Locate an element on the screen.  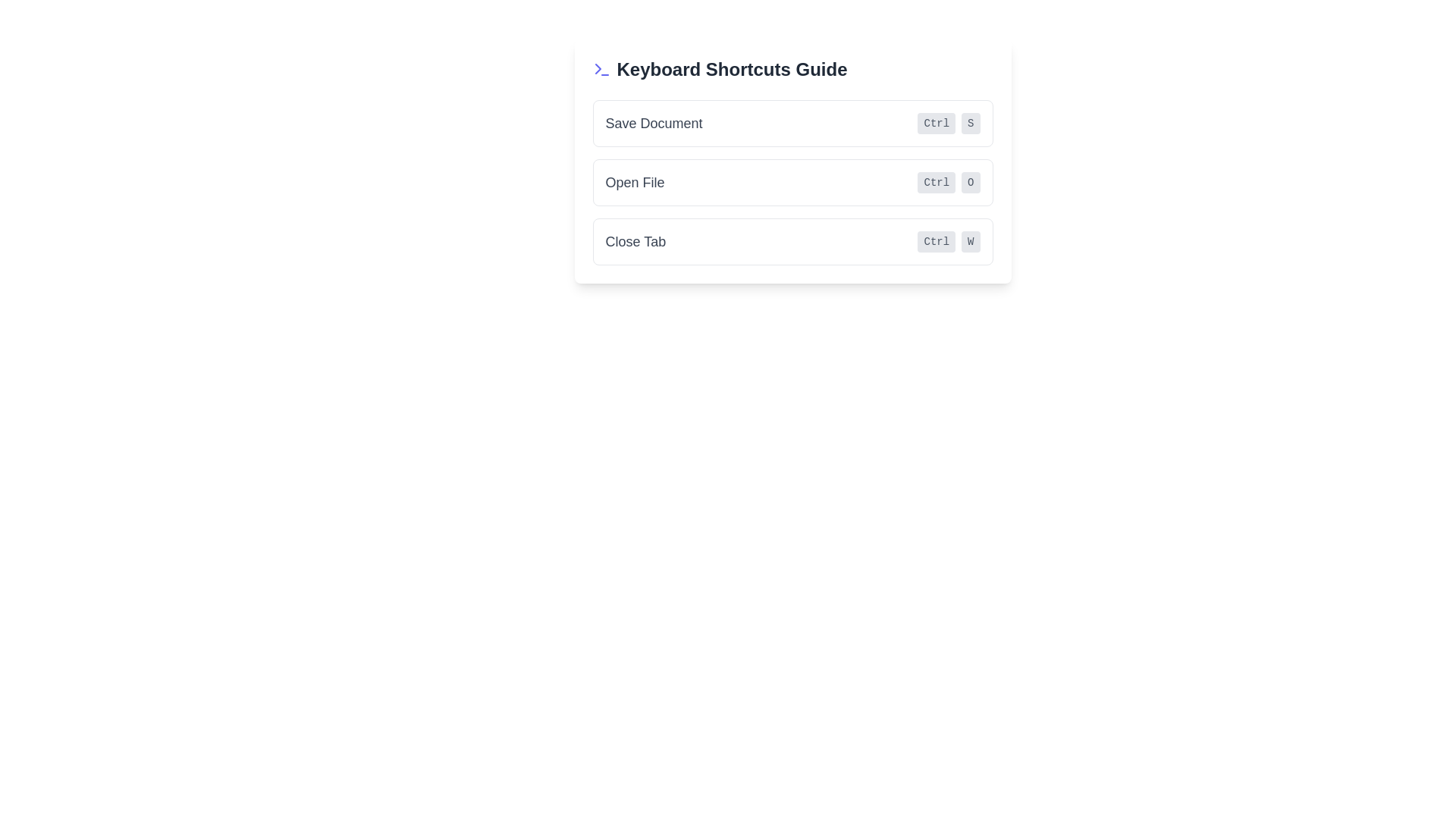
the 'Ctrl' text label, which visually represents the 'Ctrl' key and is positioned to the left of the 'S' key in the 'Save Document' shortcut description is located at coordinates (936, 122).